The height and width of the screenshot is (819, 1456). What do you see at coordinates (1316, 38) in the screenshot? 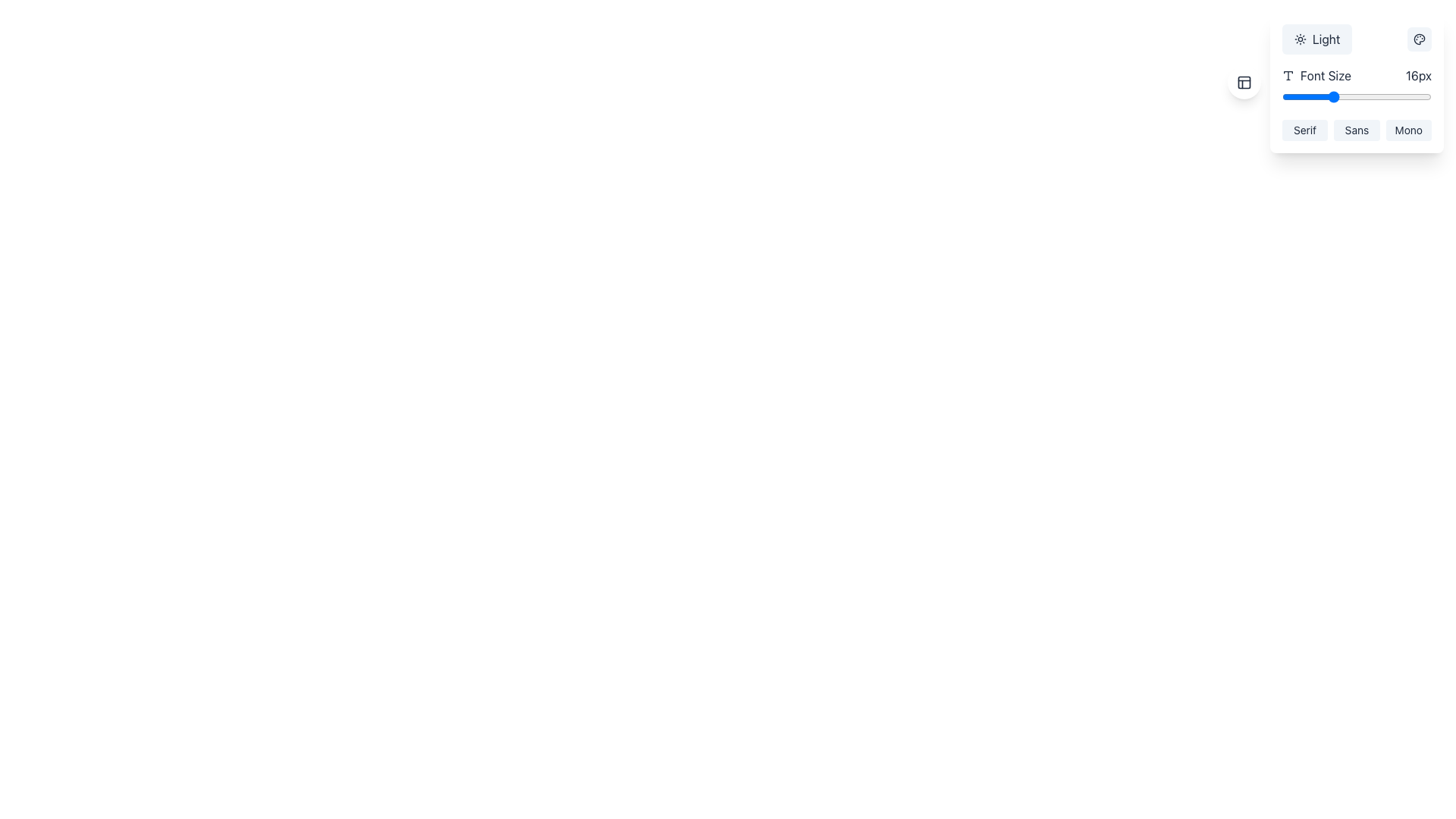
I see `the button with a light gray background featuring a sun icon and the text 'Light'` at bounding box center [1316, 38].